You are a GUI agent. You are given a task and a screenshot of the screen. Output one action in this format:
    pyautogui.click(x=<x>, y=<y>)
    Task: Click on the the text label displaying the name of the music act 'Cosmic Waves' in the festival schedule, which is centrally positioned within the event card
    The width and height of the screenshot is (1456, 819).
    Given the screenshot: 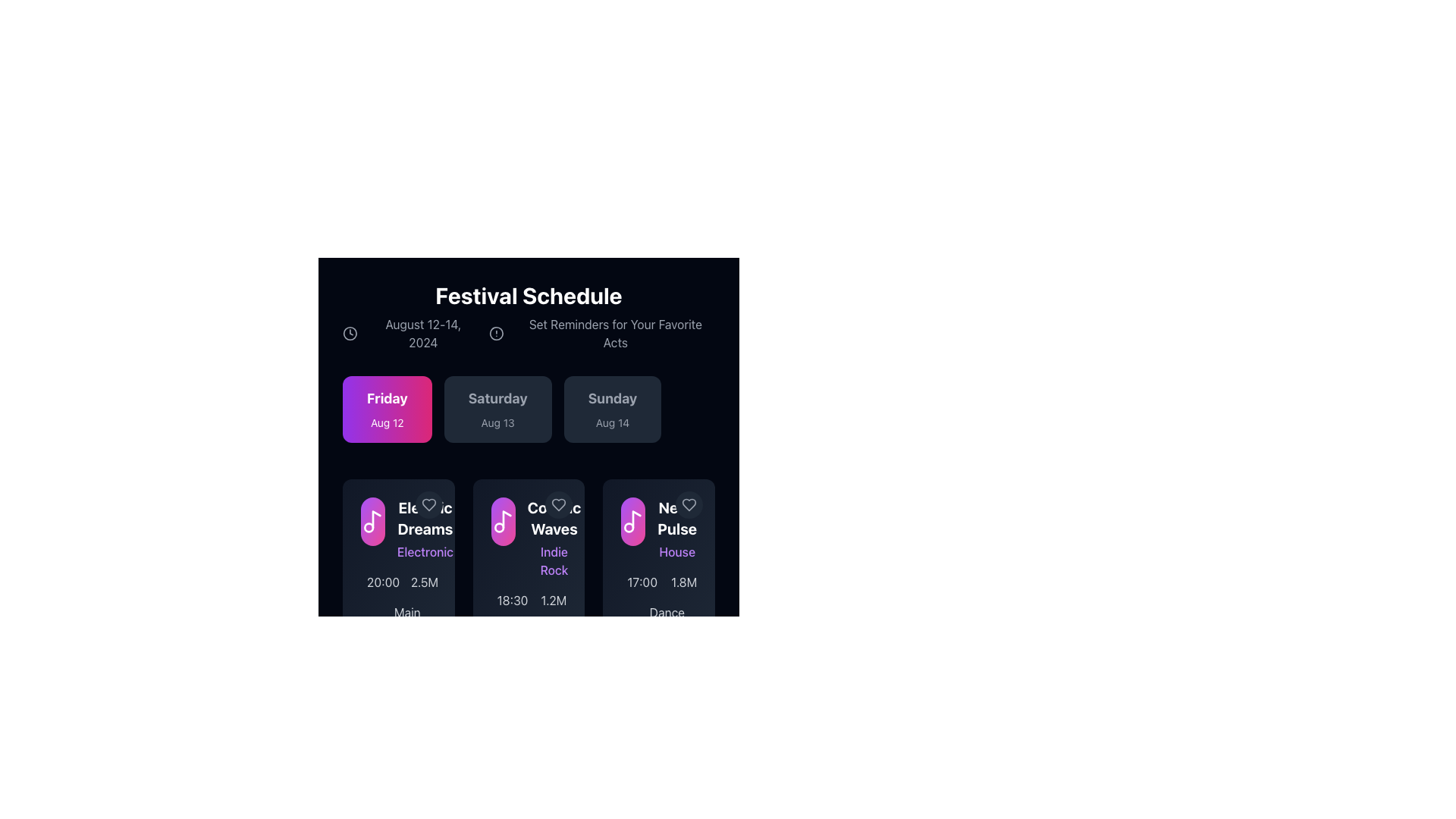 What is the action you would take?
    pyautogui.click(x=553, y=517)
    